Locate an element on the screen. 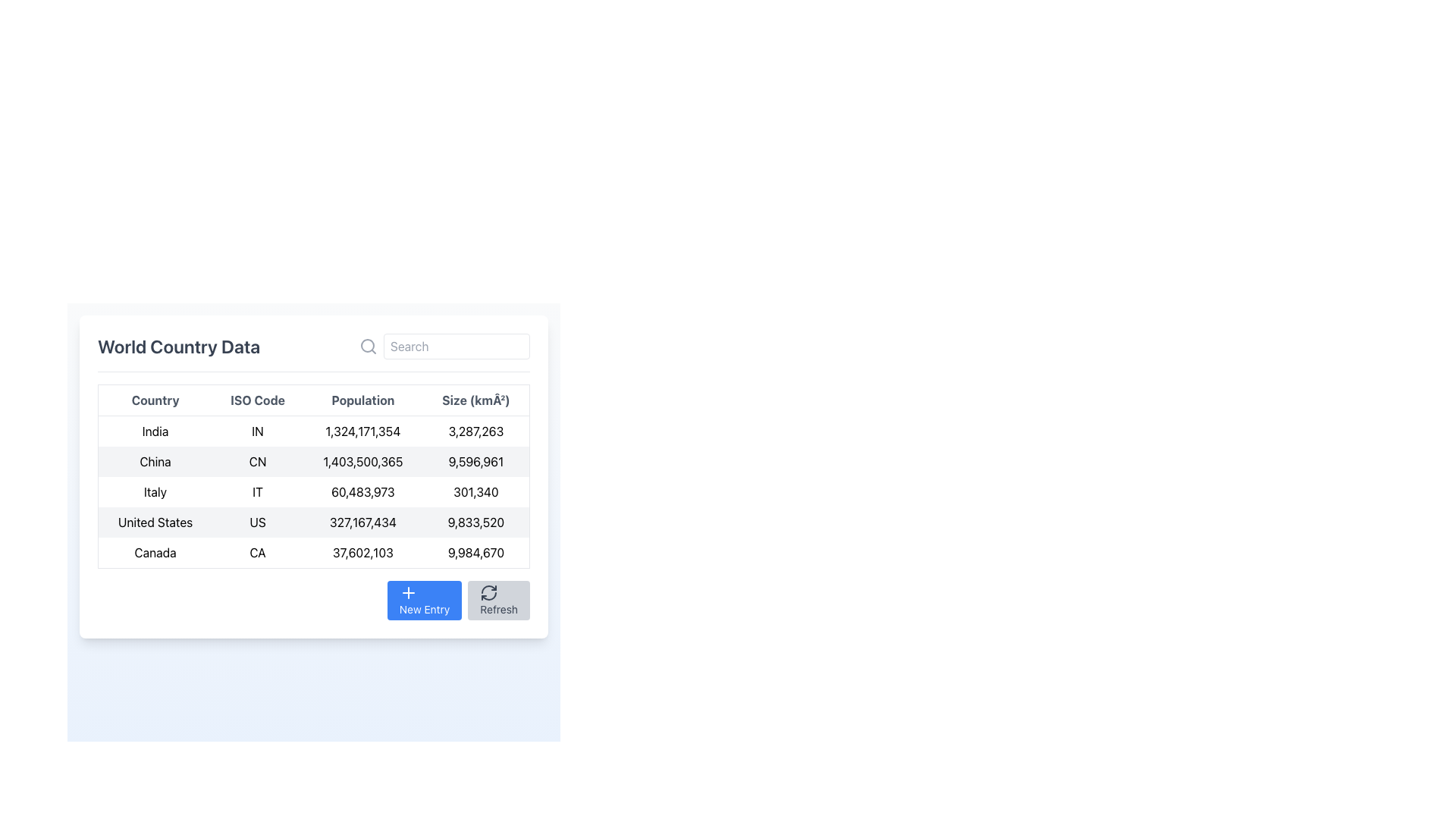  the non-interactive search icon located at the far left of the horizontal group containing the search input field with placeholder text 'Search' is located at coordinates (368, 346).